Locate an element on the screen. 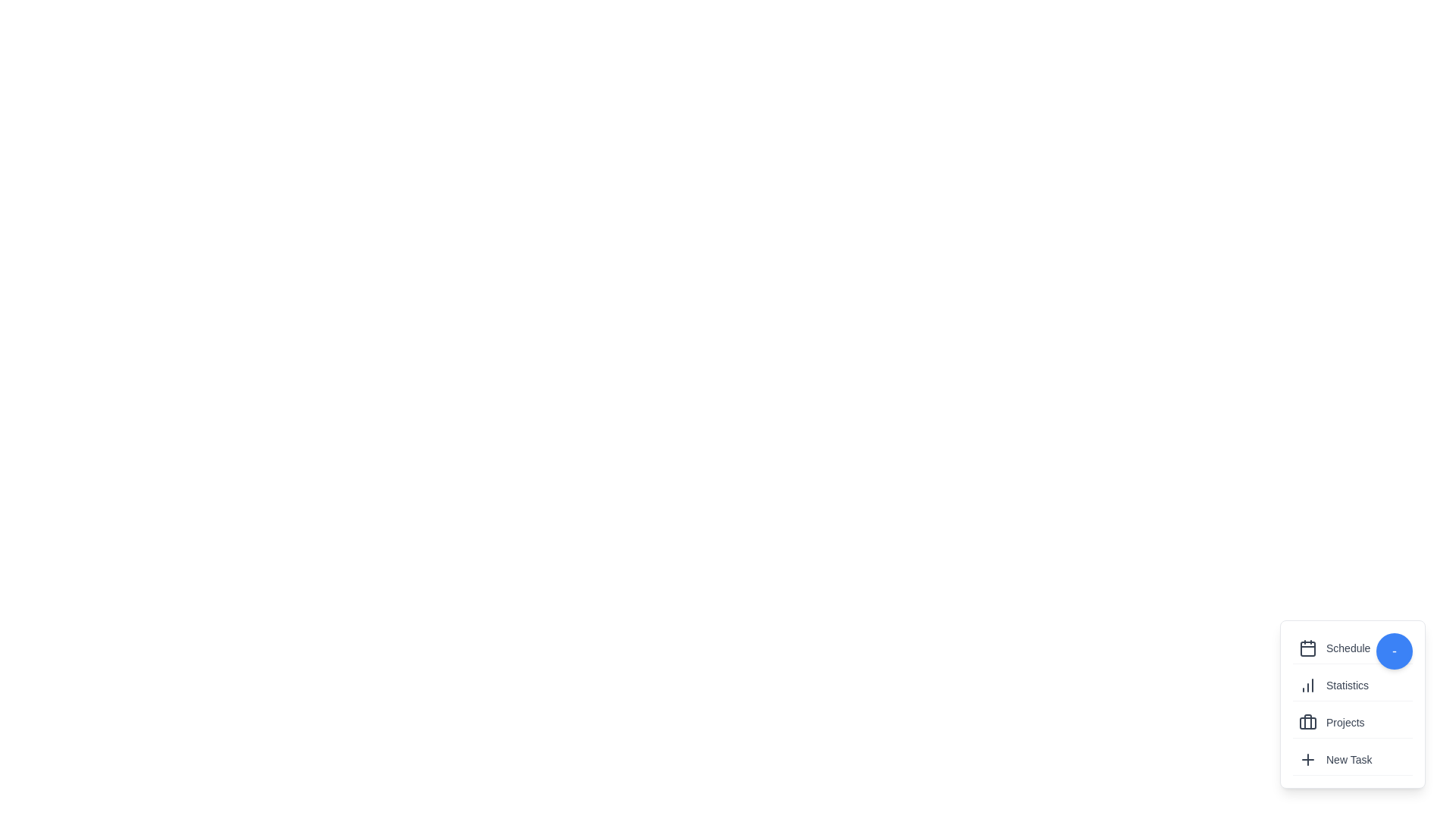 The image size is (1456, 819). the 'Statistics' menu item, which is an interactive option located below the 'Schedule' menu item and above the 'Projects' menu item is located at coordinates (1353, 685).